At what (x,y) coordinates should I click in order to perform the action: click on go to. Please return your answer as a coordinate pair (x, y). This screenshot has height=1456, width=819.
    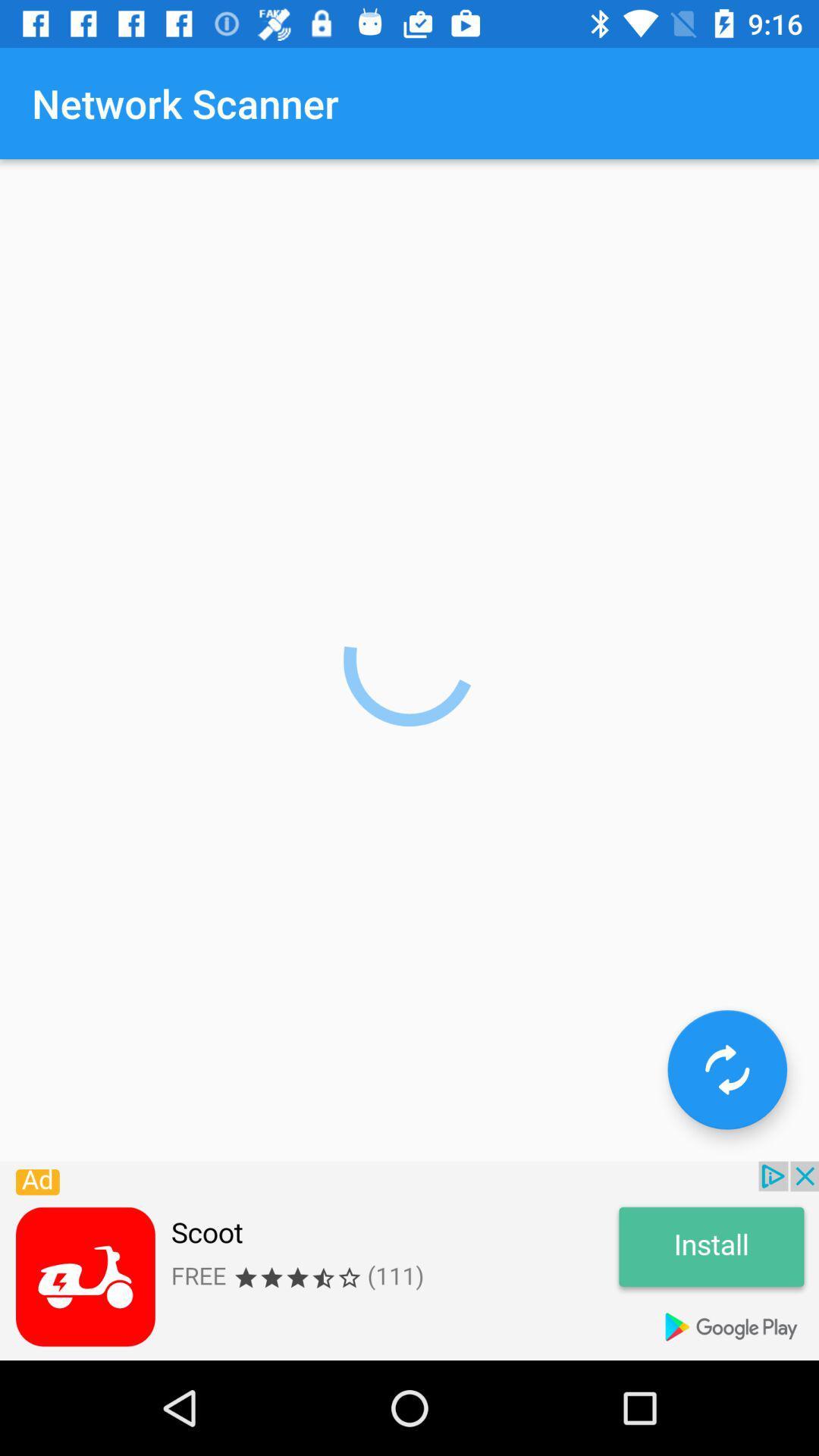
    Looking at the image, I should click on (726, 1068).